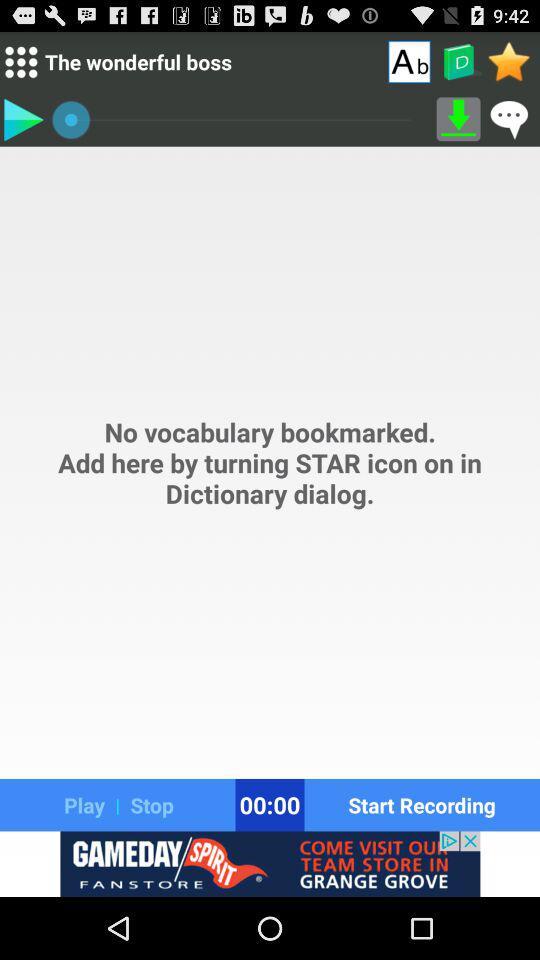 The height and width of the screenshot is (960, 540). I want to click on the file_download icon, so click(458, 126).